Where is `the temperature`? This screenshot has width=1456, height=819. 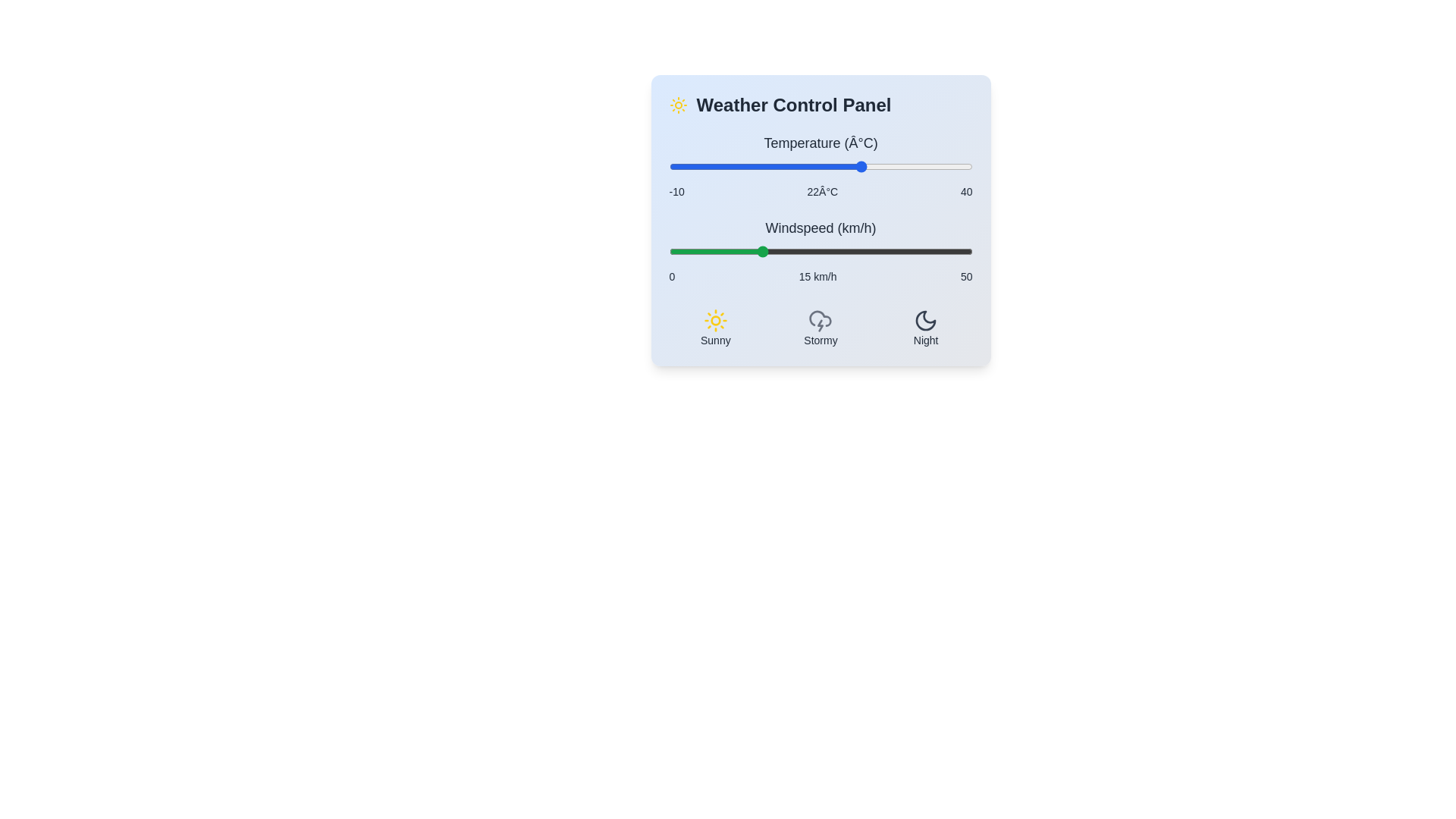 the temperature is located at coordinates (923, 166).